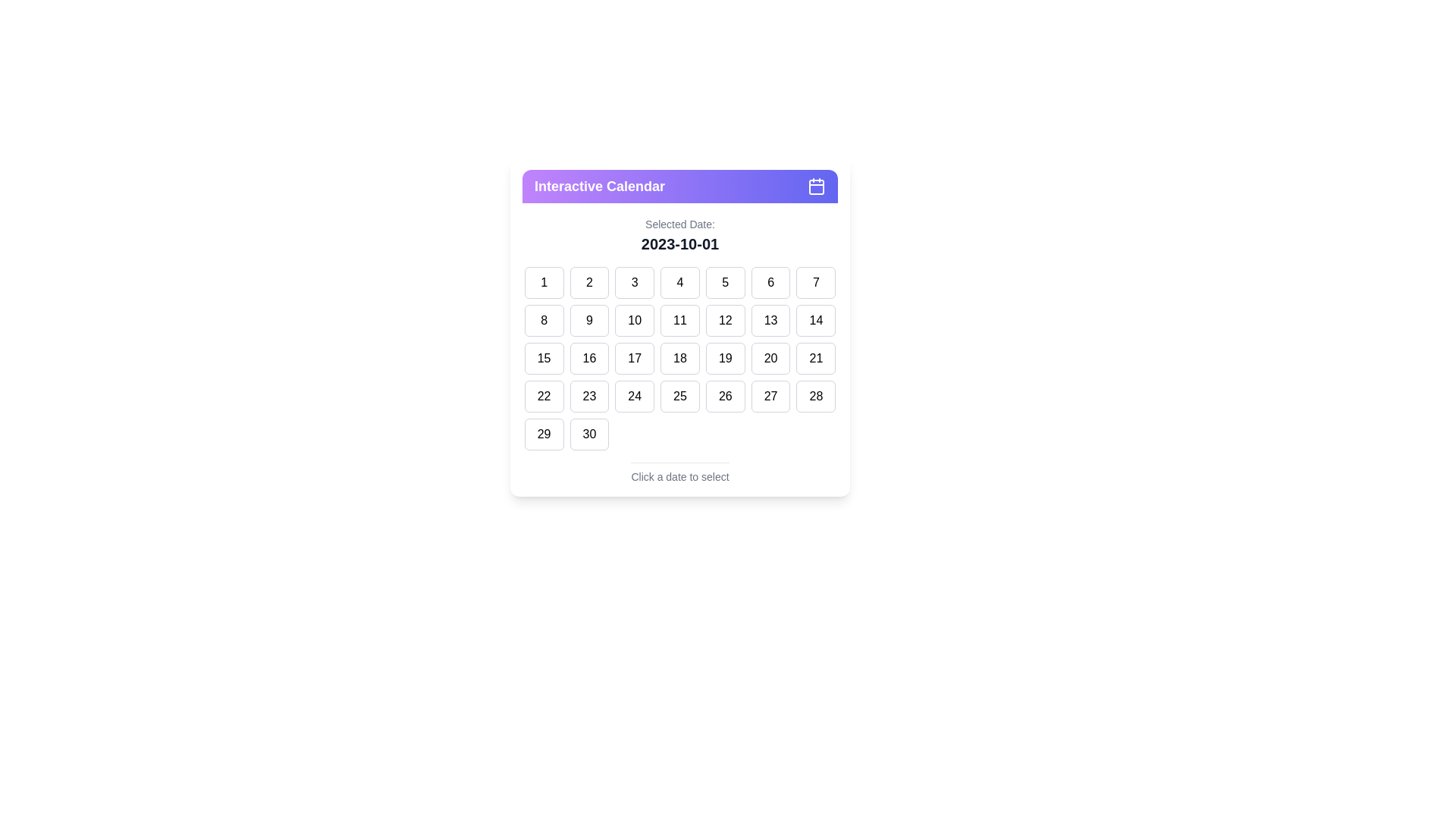 This screenshot has width=1456, height=819. What do you see at coordinates (679, 234) in the screenshot?
I see `the Text Display element that shows the currently selected date in the calendar interface, positioned below the 'Interactive Calendar' header` at bounding box center [679, 234].